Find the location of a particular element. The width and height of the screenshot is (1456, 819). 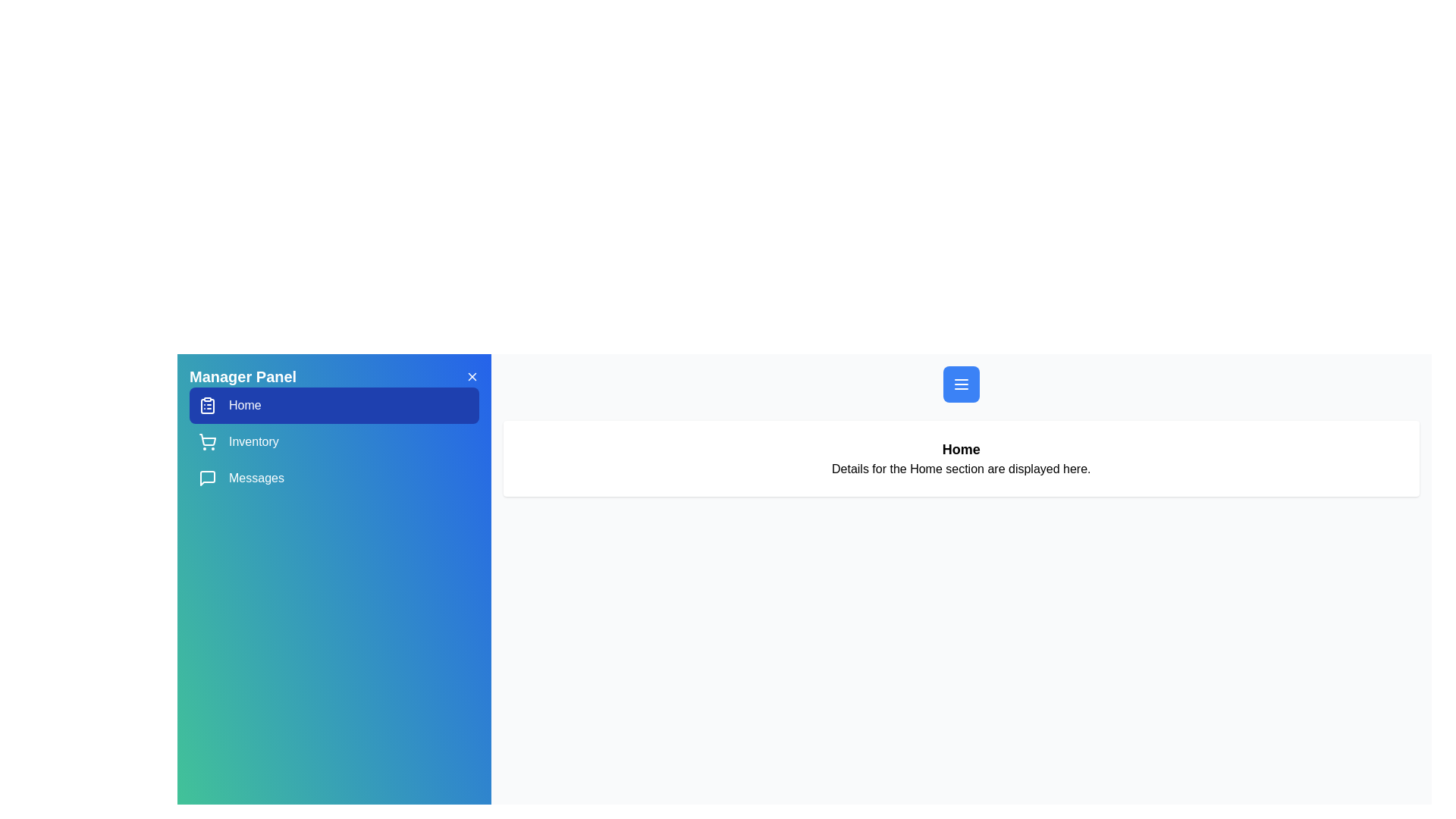

the menu item corresponding to Inventory is located at coordinates (333, 441).